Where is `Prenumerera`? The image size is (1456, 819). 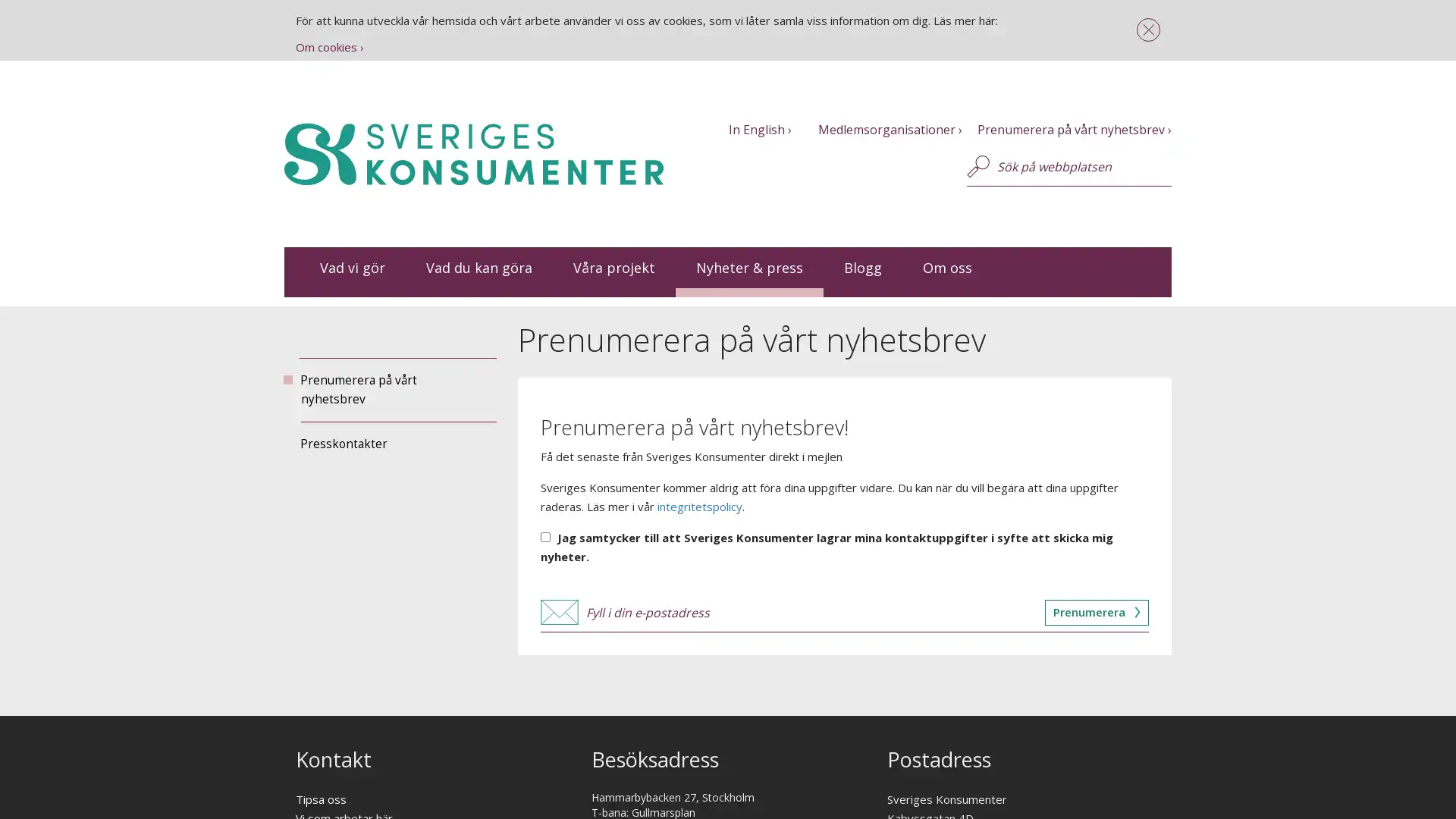
Prenumerera is located at coordinates (1097, 611).